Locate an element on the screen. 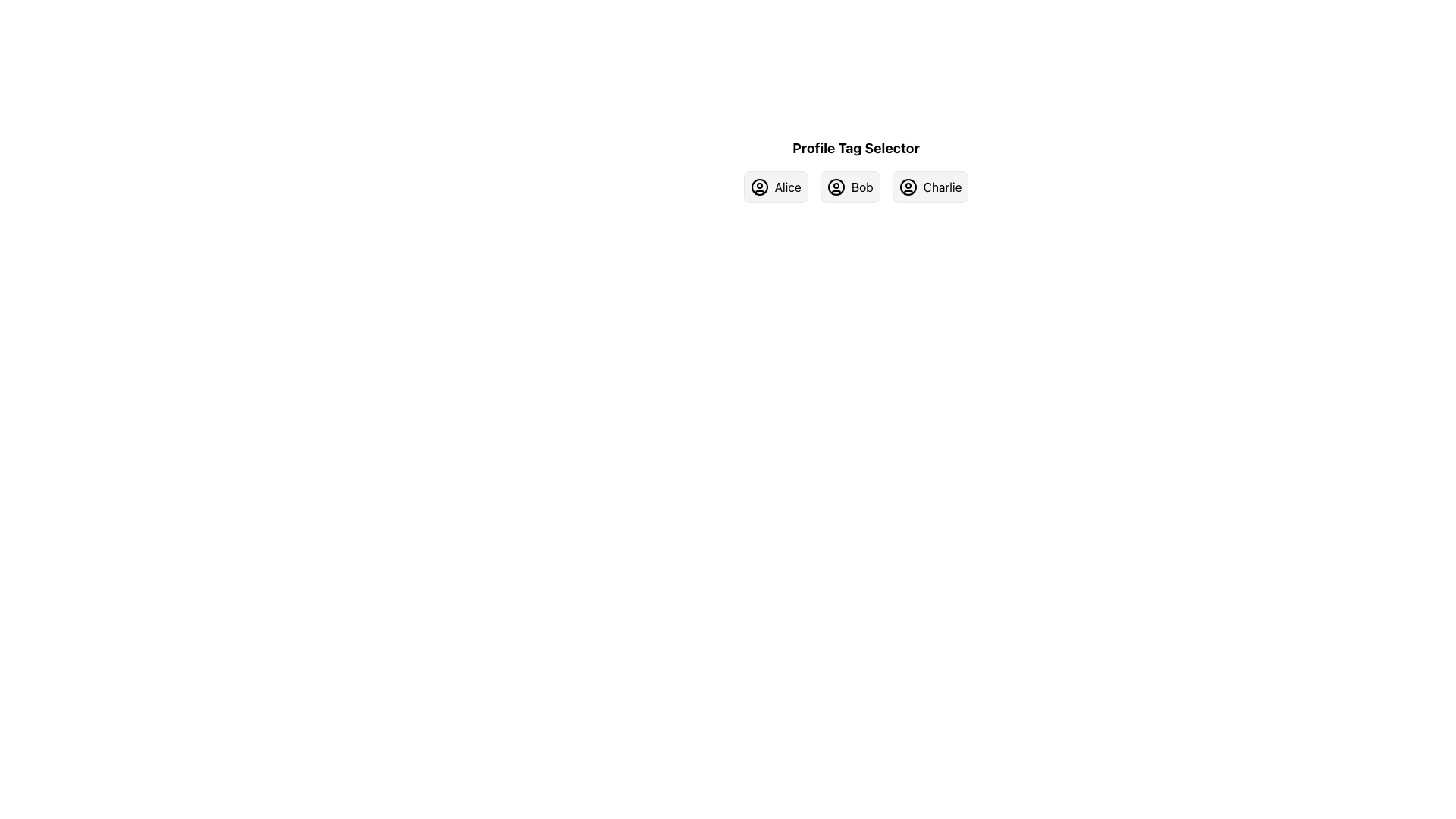 The height and width of the screenshot is (819, 1456). the user profile icon labeled 'Bob', which is located to the right of Alice's icon and to the left of Charlie's icon is located at coordinates (835, 186).